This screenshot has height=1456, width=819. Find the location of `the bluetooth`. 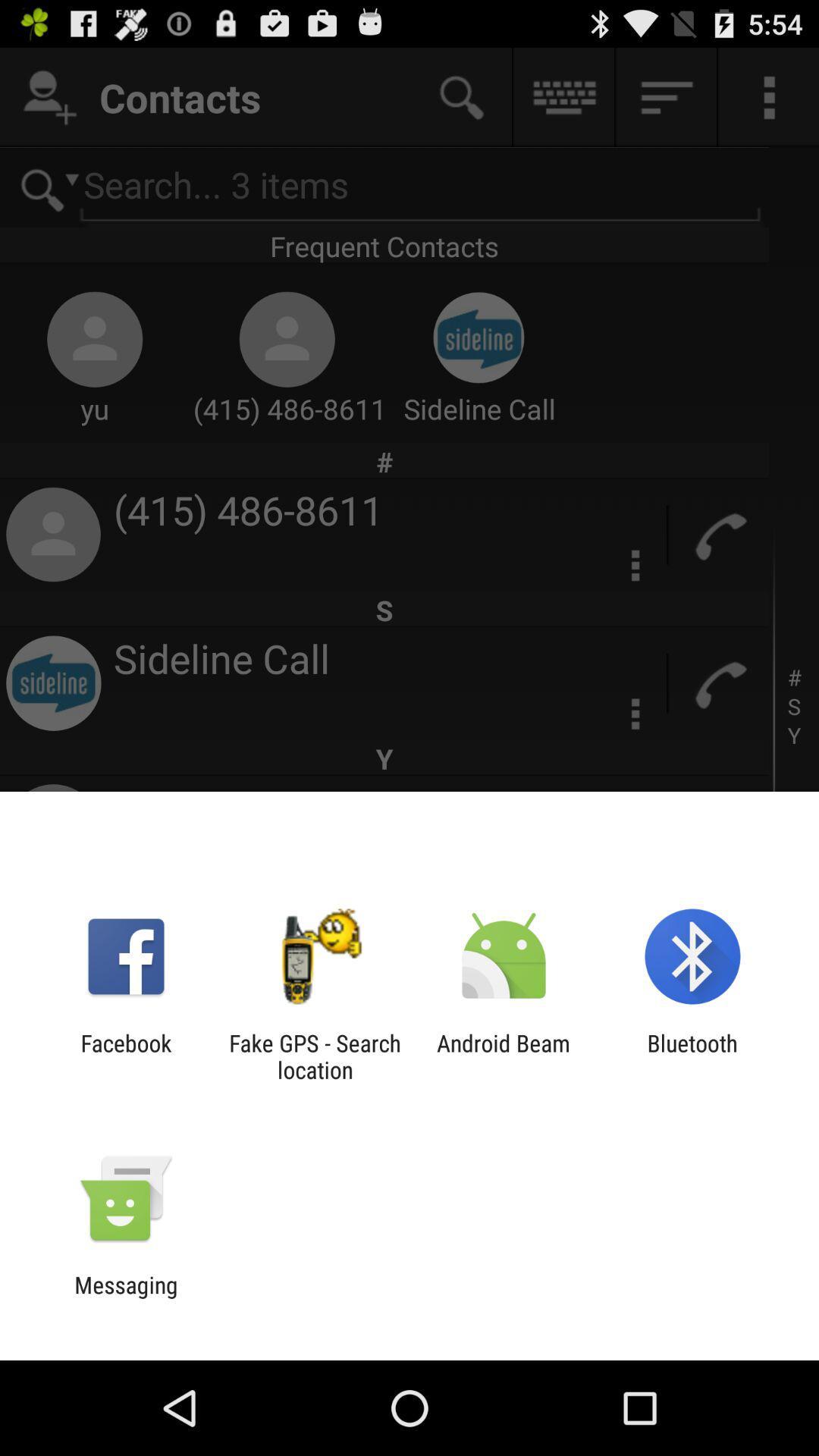

the bluetooth is located at coordinates (692, 1056).